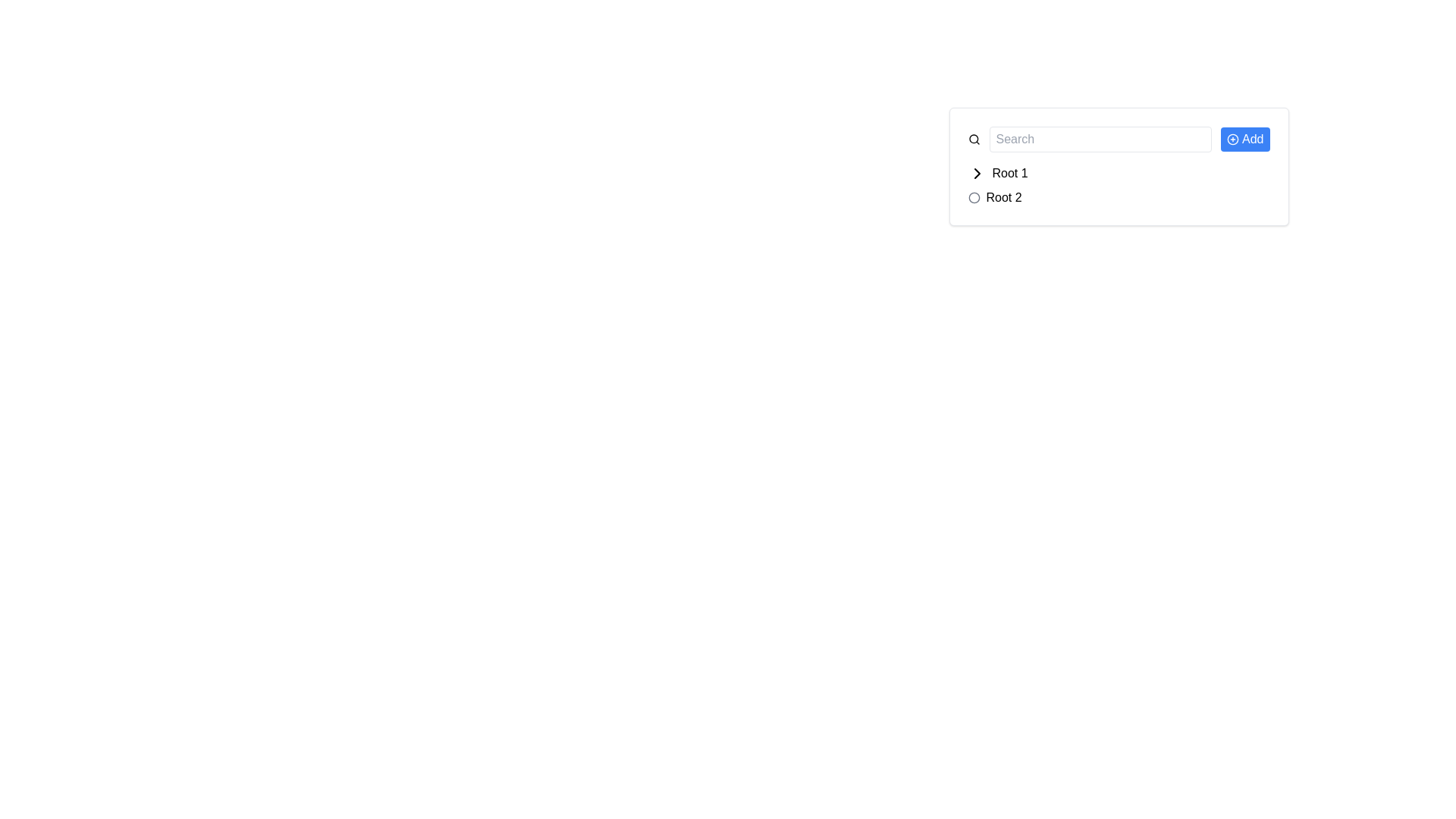  What do you see at coordinates (1233, 140) in the screenshot?
I see `the decorative graphical element forming part of the '+' icon within the 'Add' button, located at the top-right corner of the component group` at bounding box center [1233, 140].